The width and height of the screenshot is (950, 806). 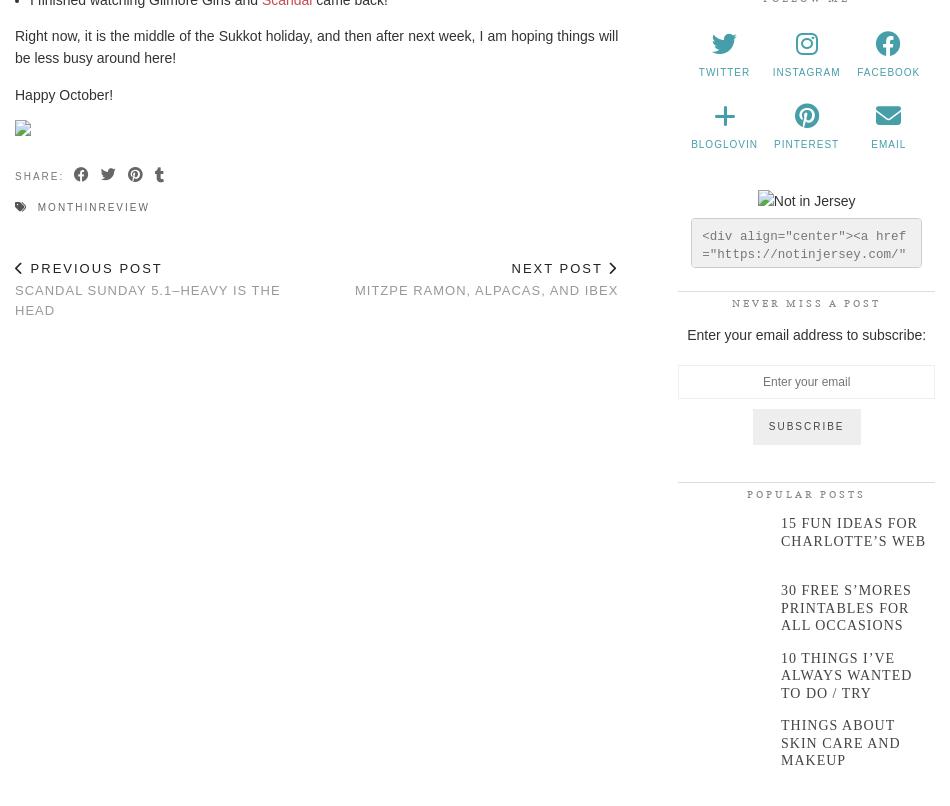 What do you see at coordinates (844, 675) in the screenshot?
I see `'10 Things I’ve Always Wanted to Do / Try'` at bounding box center [844, 675].